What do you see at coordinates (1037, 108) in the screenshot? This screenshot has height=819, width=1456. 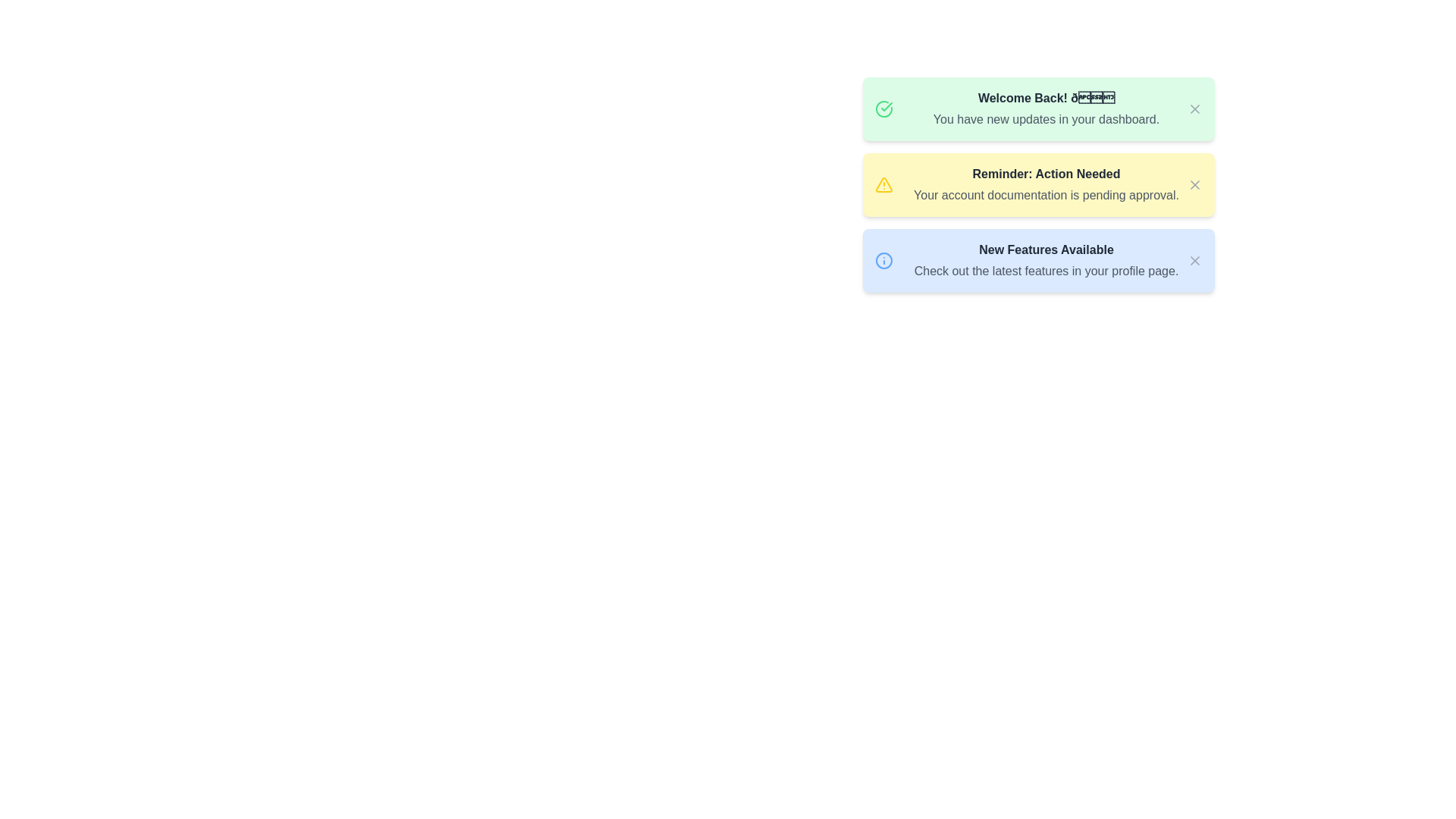 I see `the first notification card, which welcomes the user back and informs them of updates available in their dashboard` at bounding box center [1037, 108].